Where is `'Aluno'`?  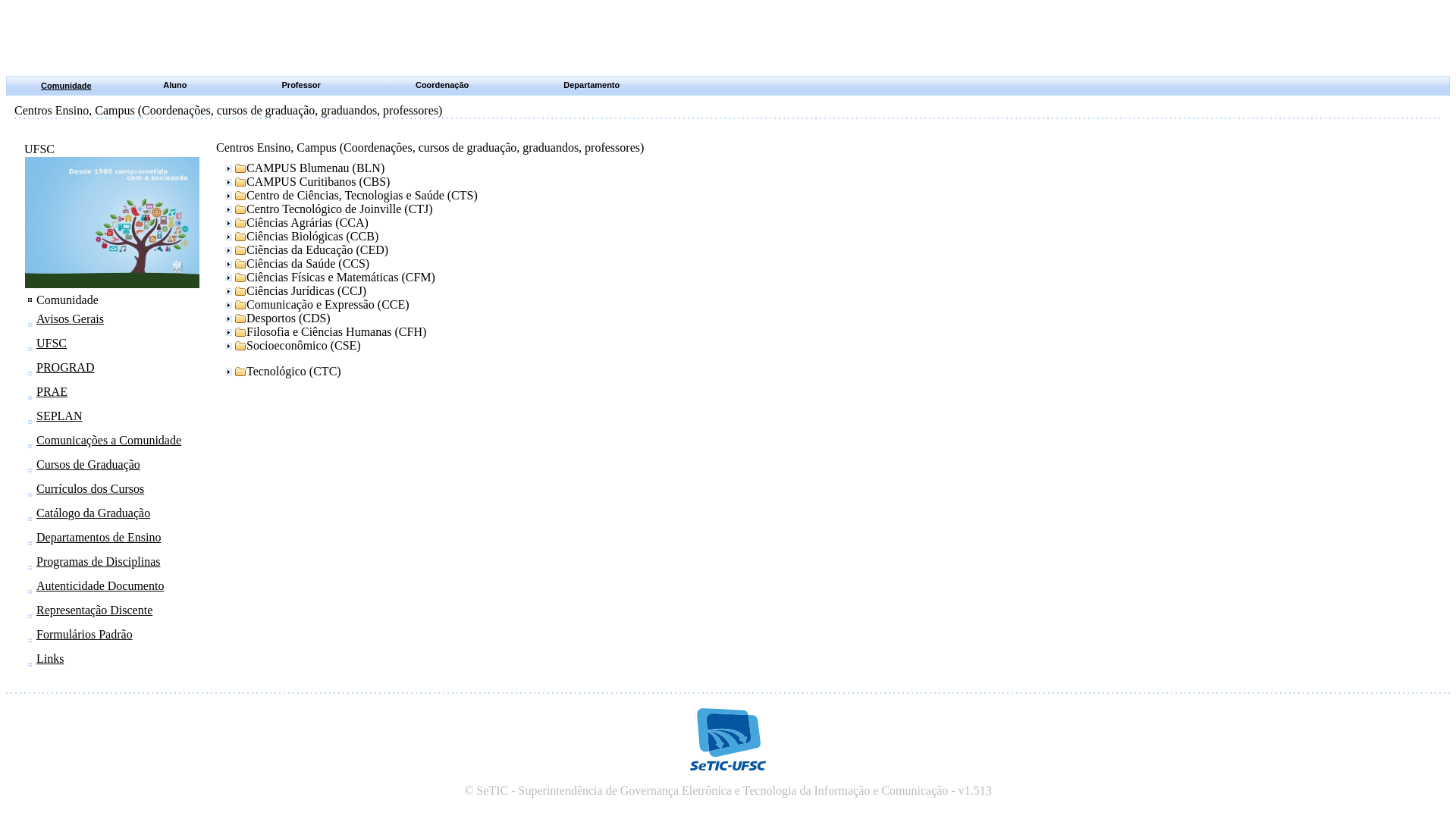 'Aluno' is located at coordinates (174, 84).